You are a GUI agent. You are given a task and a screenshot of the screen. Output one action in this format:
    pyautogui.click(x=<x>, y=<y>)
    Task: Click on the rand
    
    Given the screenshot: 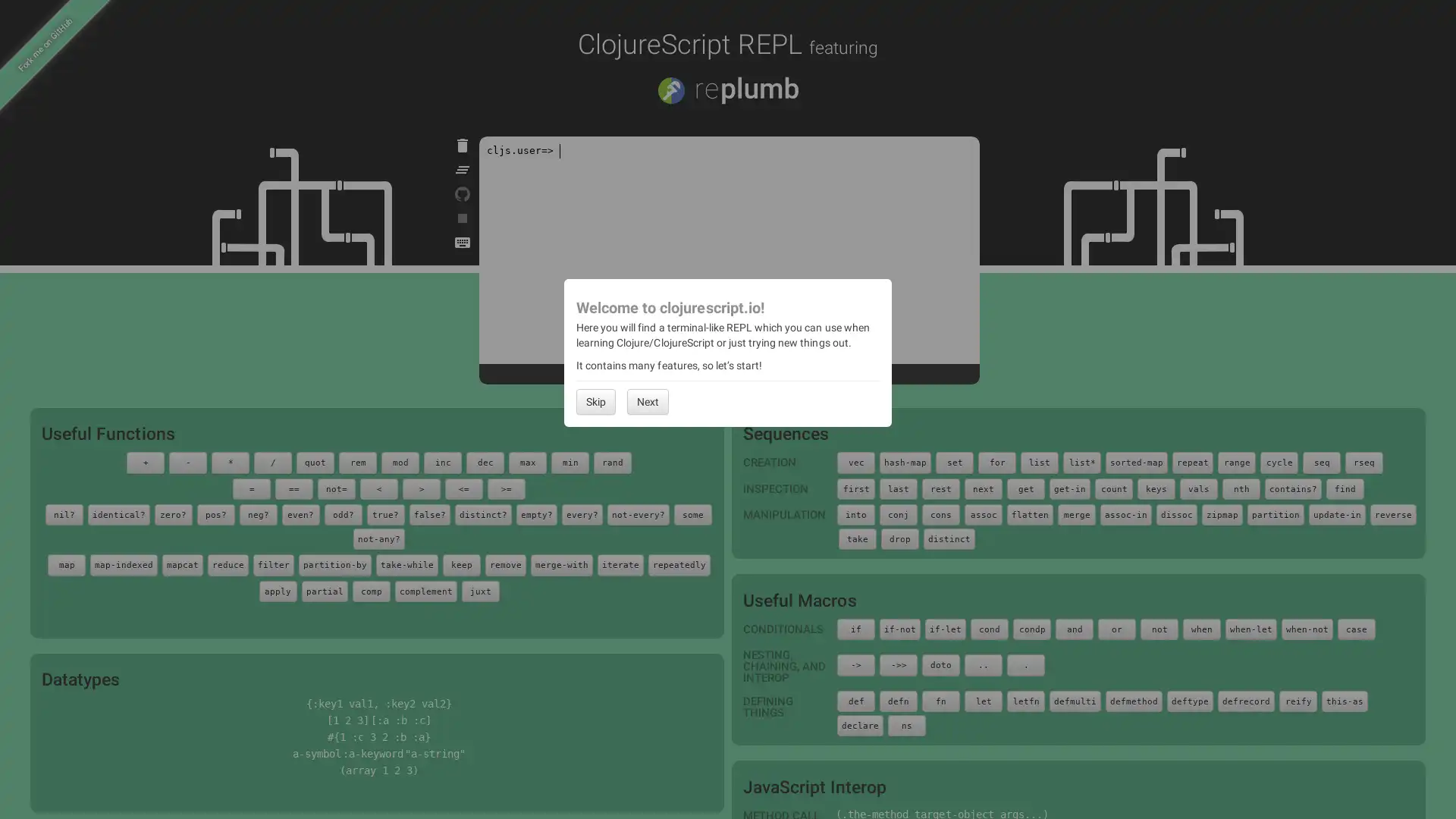 What is the action you would take?
    pyautogui.click(x=612, y=461)
    